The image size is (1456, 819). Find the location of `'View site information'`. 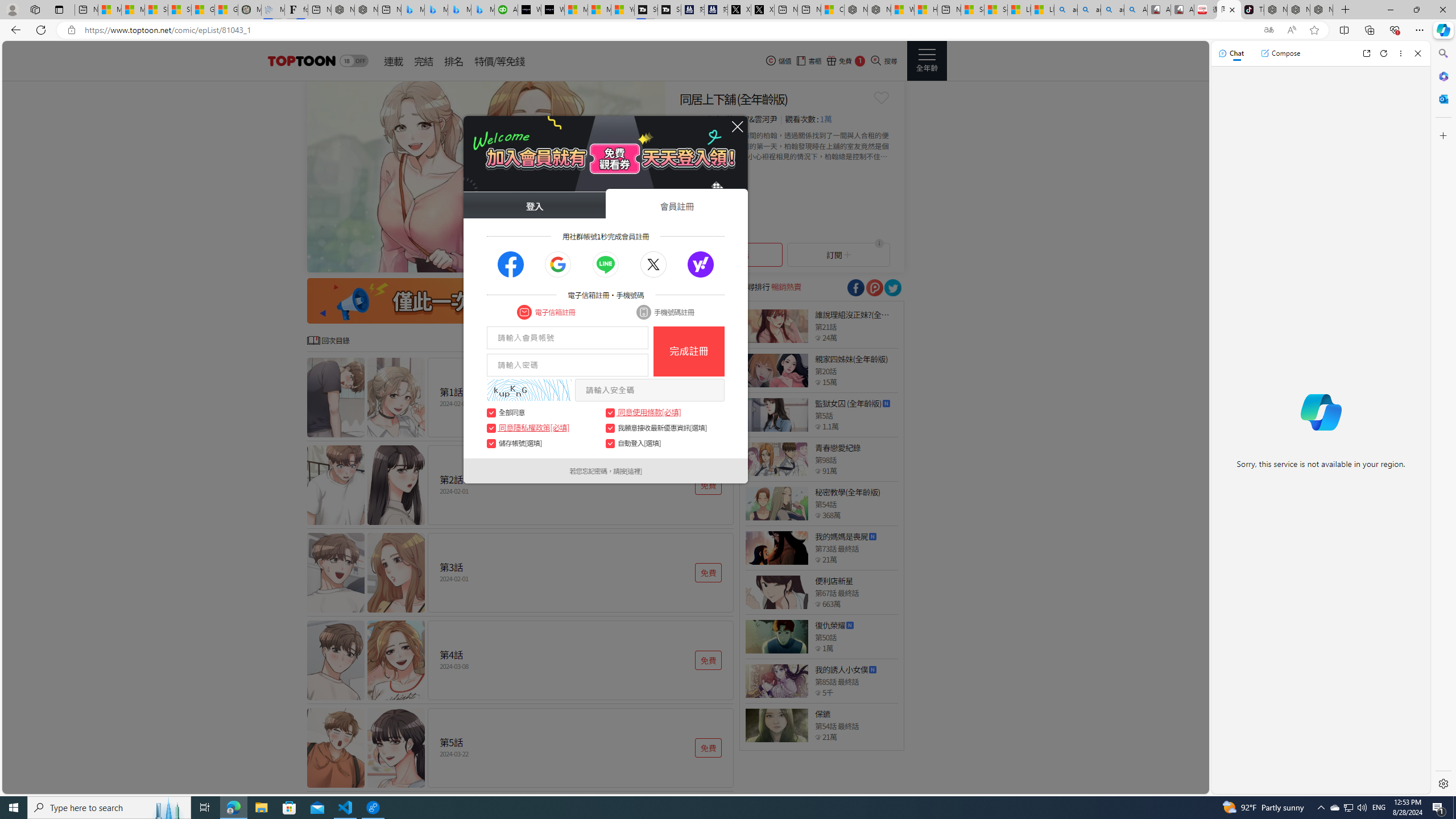

'View site information' is located at coordinates (71, 30).